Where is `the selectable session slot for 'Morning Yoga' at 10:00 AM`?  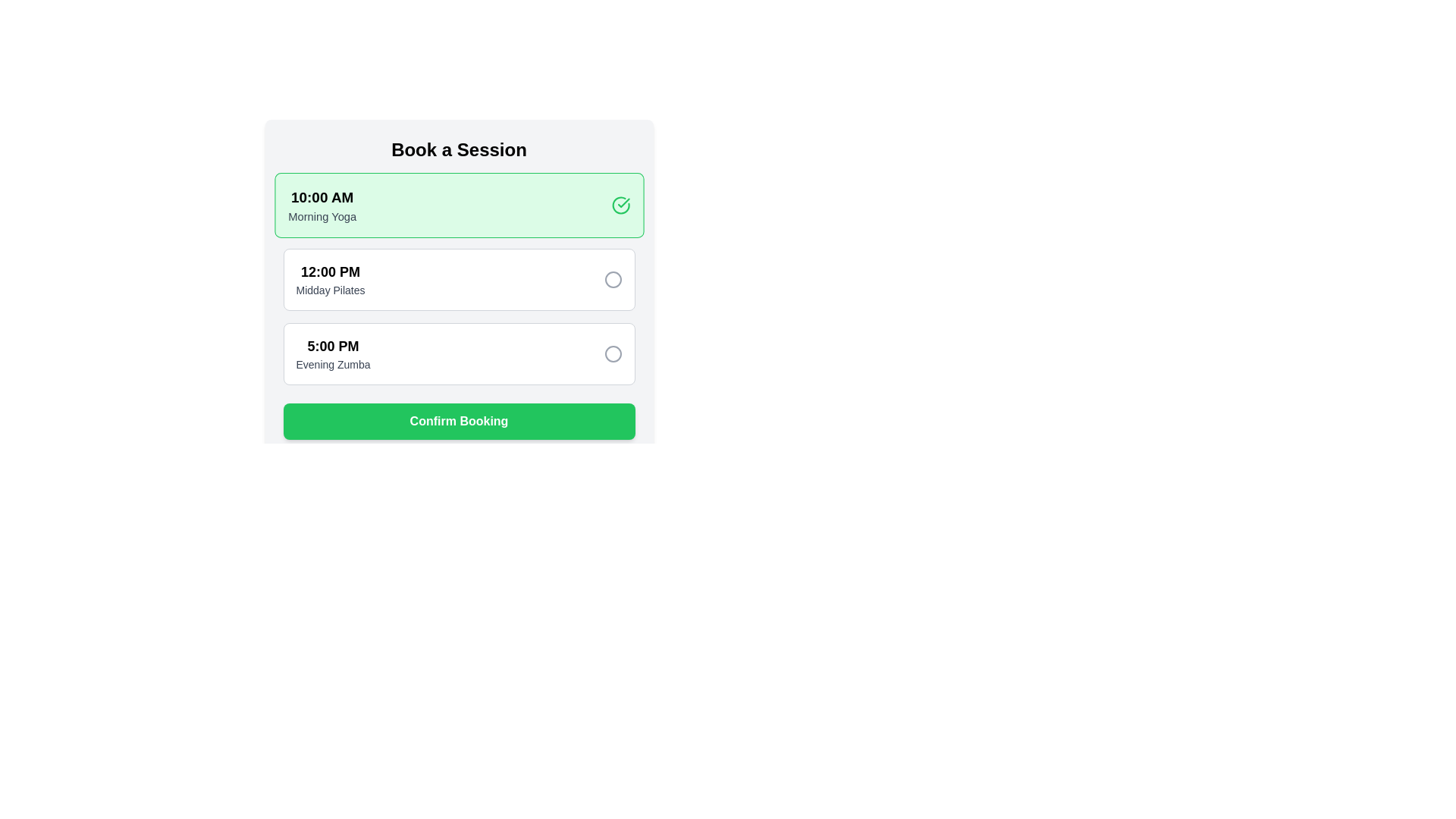
the selectable session slot for 'Morning Yoga' at 10:00 AM is located at coordinates (458, 205).